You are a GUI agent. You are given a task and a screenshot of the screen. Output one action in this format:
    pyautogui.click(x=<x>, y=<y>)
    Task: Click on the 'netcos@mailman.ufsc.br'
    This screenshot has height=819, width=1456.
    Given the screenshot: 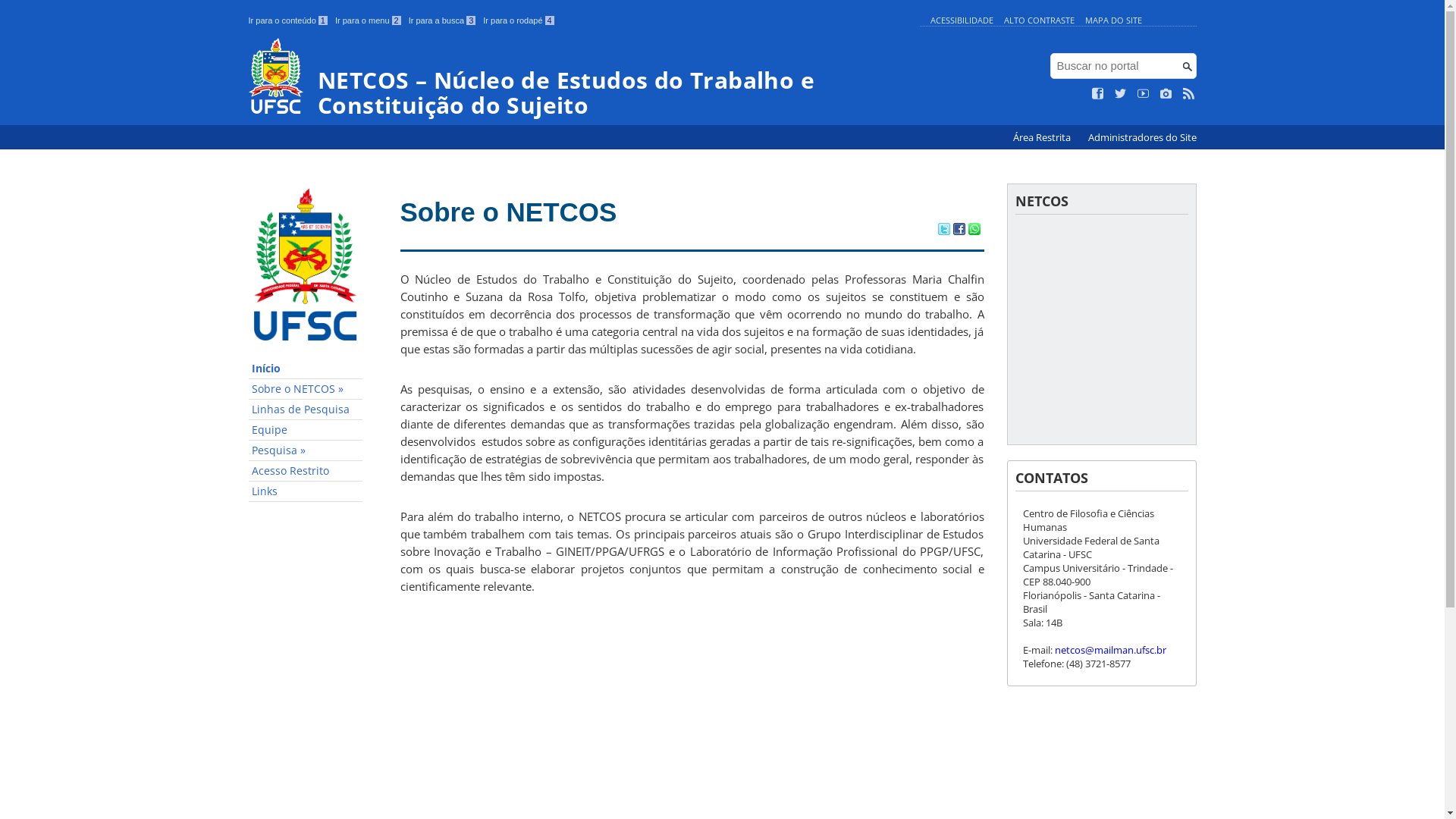 What is the action you would take?
    pyautogui.click(x=1109, y=648)
    